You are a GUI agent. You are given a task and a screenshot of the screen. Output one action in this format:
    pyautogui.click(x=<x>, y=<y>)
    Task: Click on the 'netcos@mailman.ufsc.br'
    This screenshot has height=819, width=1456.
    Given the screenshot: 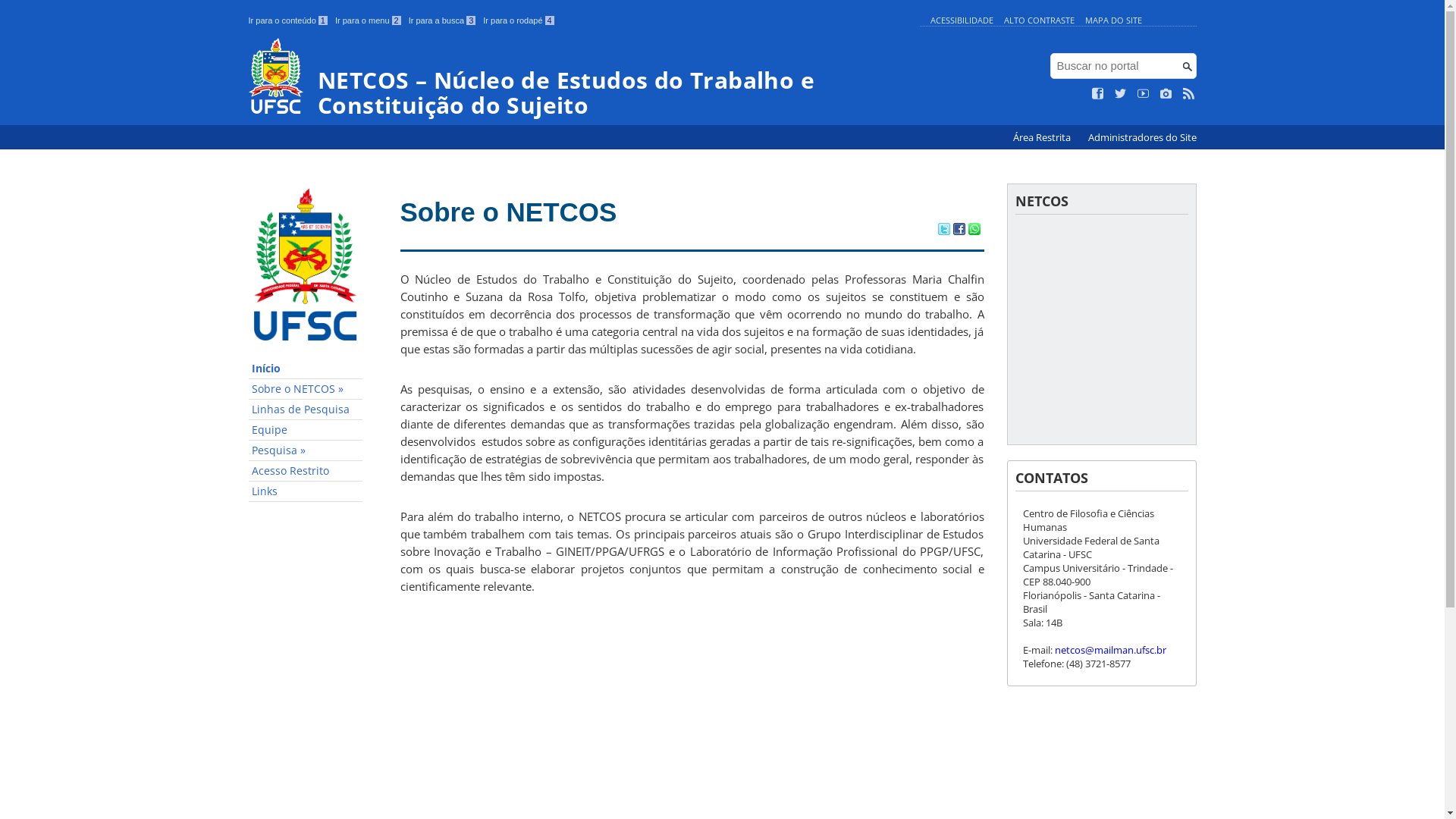 What is the action you would take?
    pyautogui.click(x=1109, y=648)
    